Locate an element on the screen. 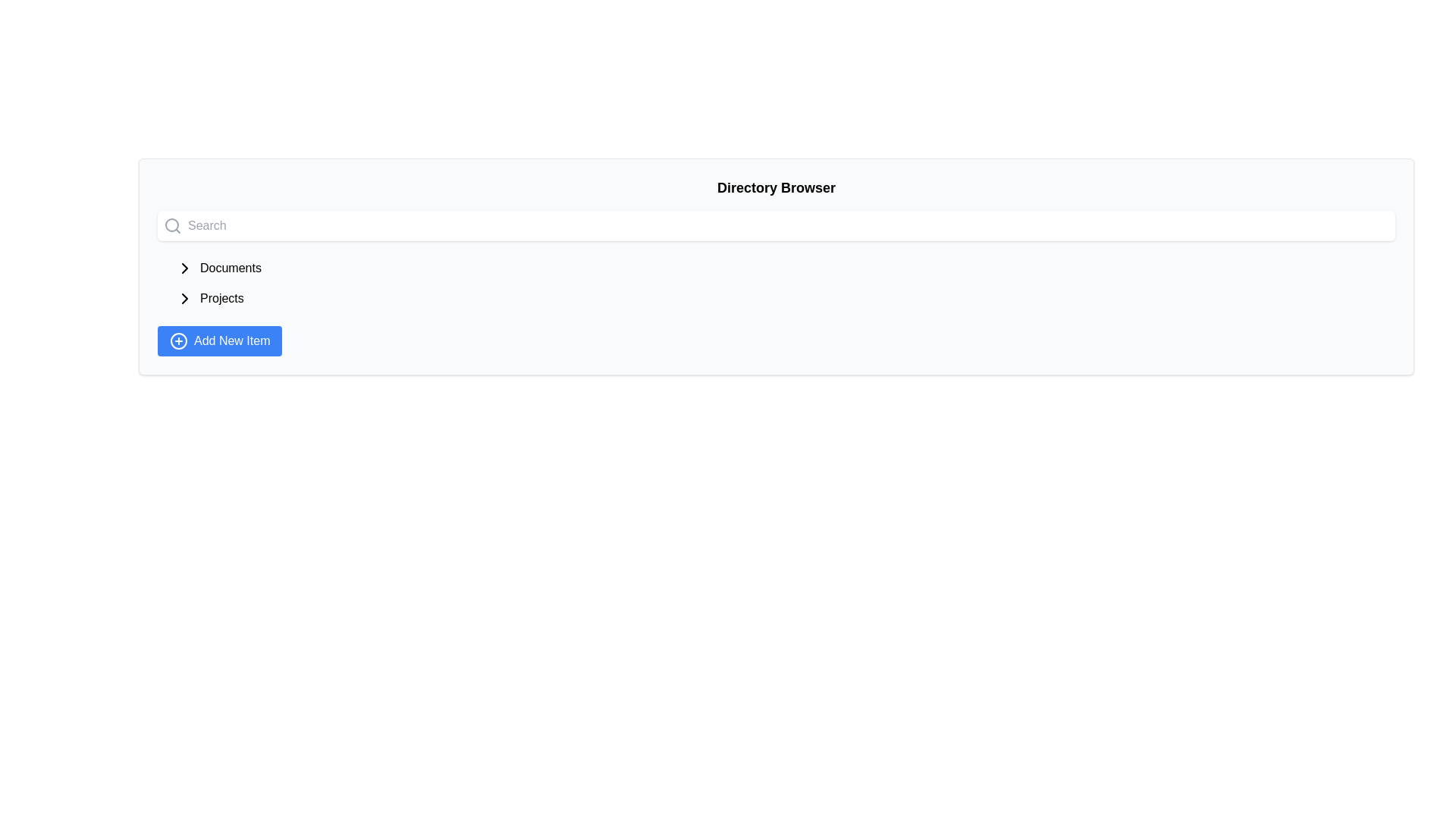 The width and height of the screenshot is (1456, 819). the toggle button is located at coordinates (184, 268).